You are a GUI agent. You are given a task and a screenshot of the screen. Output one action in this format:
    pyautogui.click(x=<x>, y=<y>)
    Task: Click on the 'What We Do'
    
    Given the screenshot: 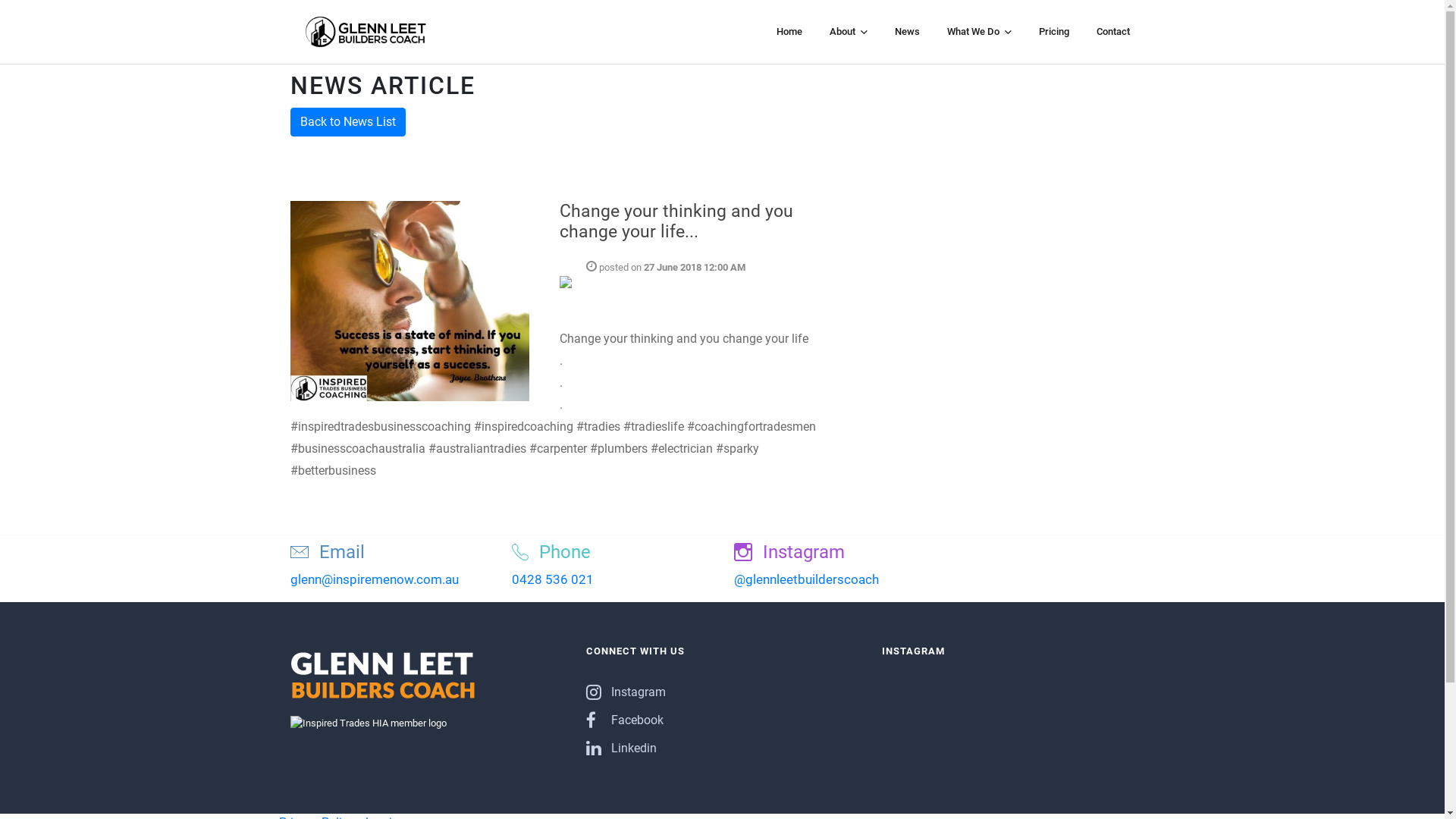 What is the action you would take?
    pyautogui.click(x=978, y=32)
    